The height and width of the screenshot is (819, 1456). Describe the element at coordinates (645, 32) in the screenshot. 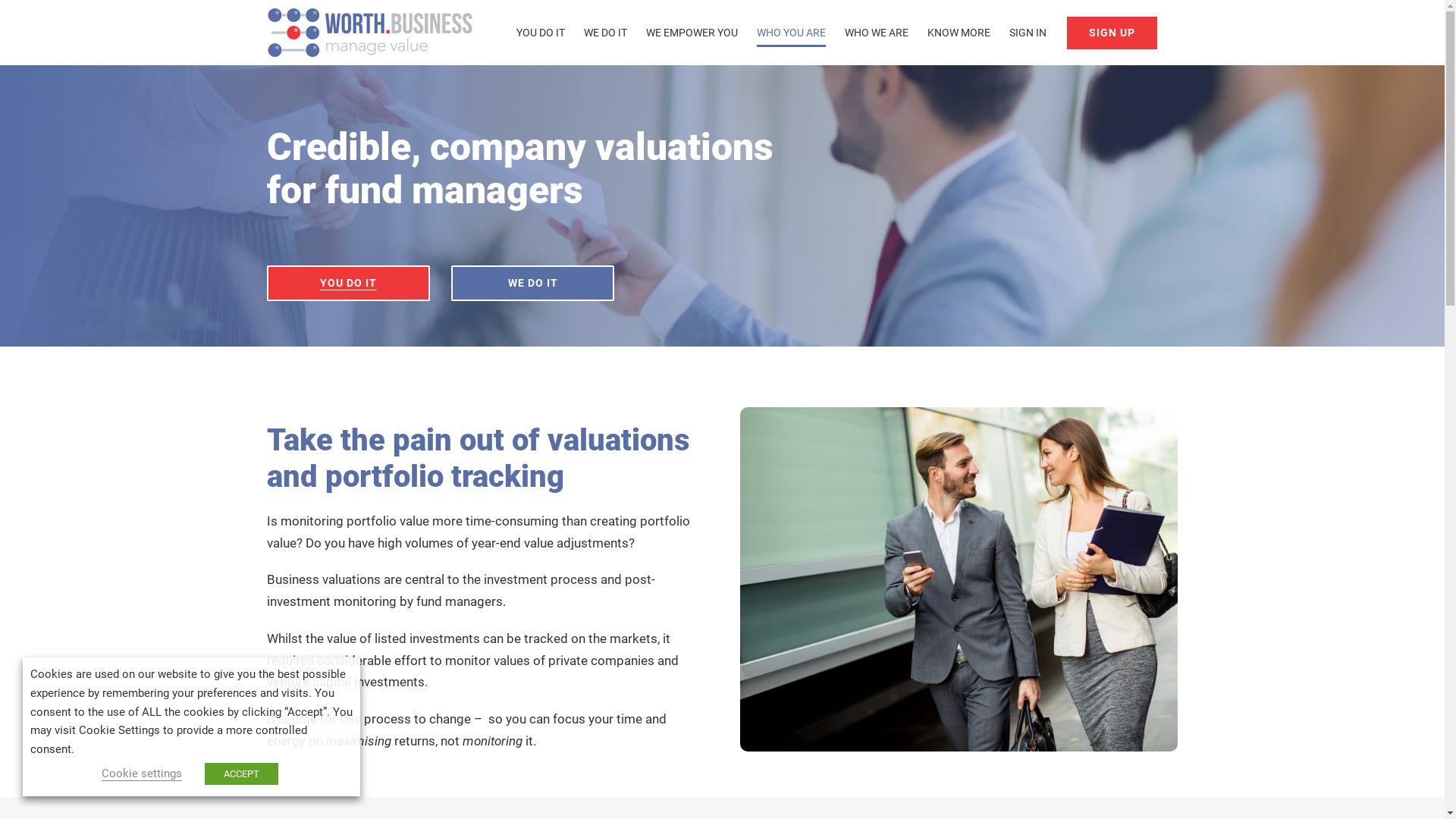

I see `'WE EMPOWER YOU'` at that location.